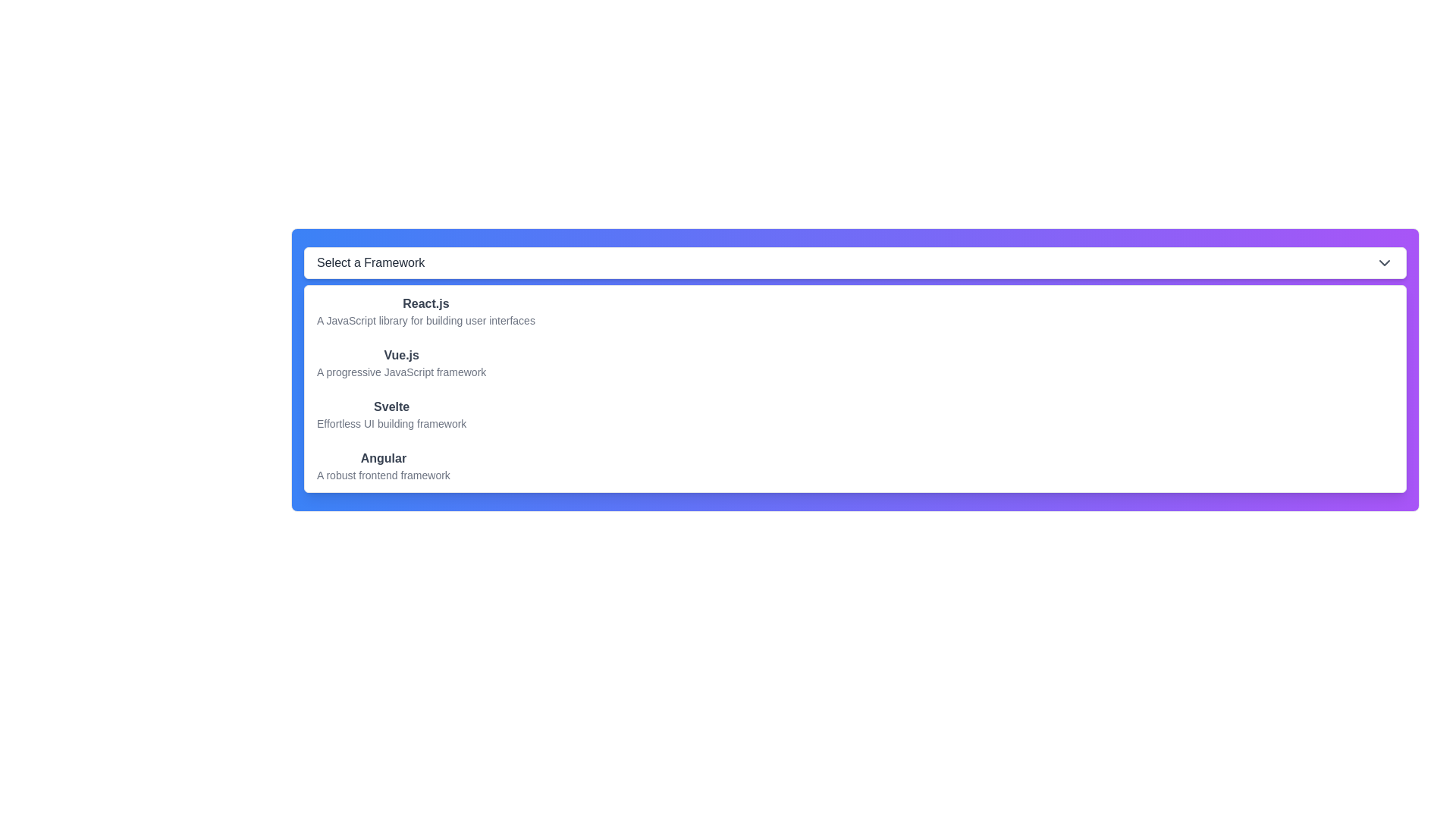  I want to click on the third option in the dropdown menu that represents the 'Svelte' JavaScript framework, so click(391, 415).